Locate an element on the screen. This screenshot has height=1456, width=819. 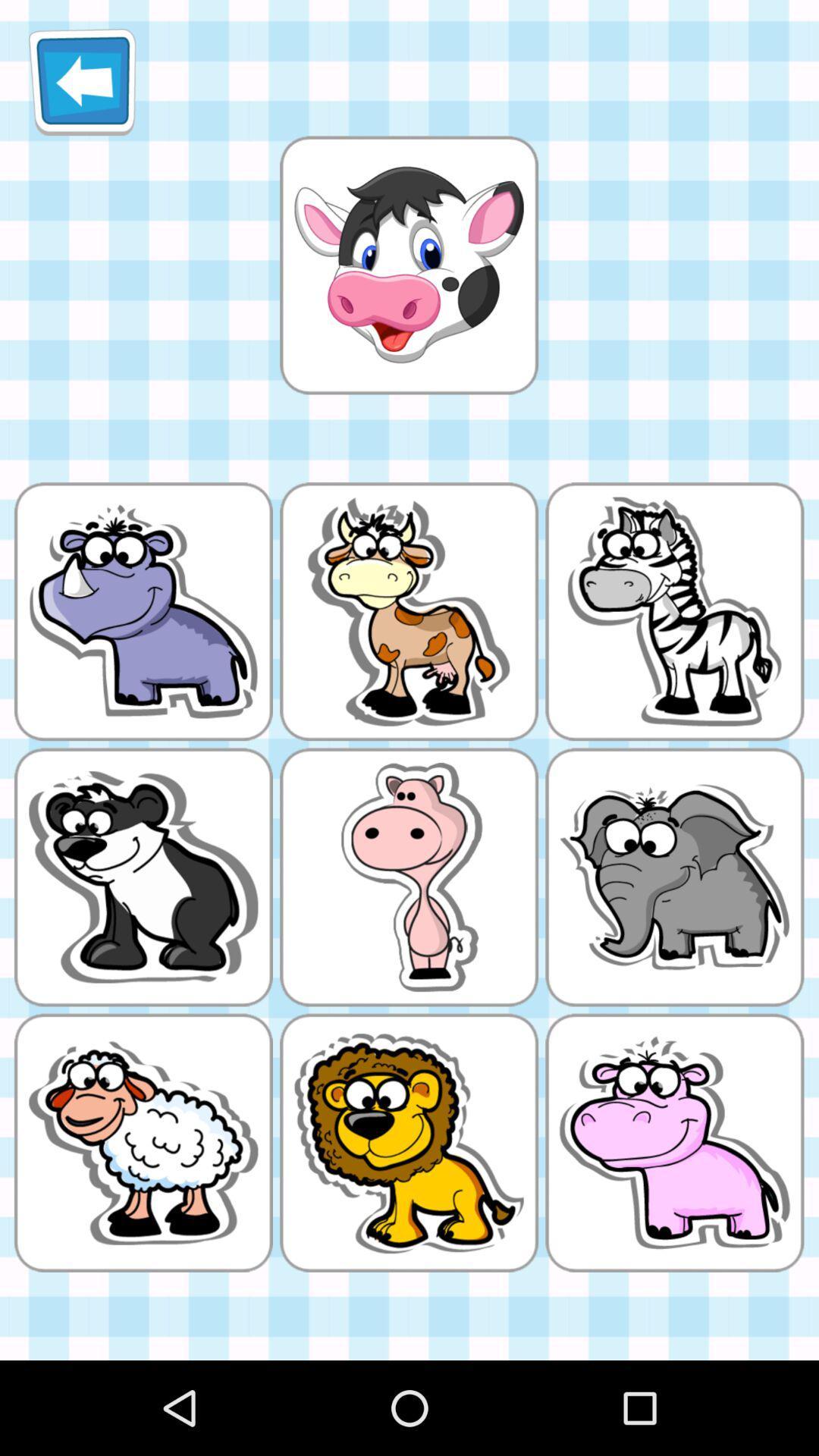
emoji is located at coordinates (408, 265).